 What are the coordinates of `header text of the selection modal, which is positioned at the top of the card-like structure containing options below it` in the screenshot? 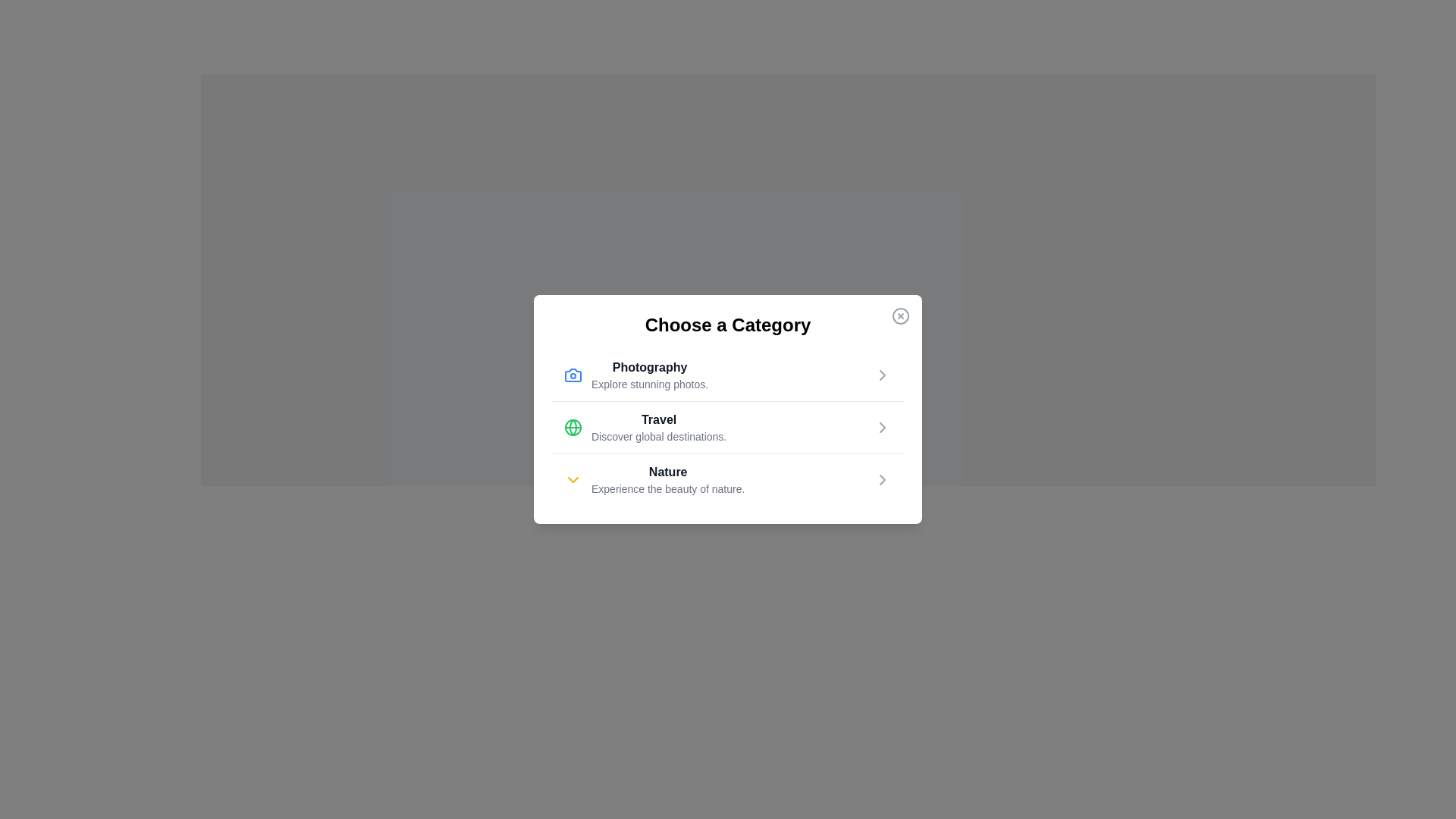 It's located at (728, 324).